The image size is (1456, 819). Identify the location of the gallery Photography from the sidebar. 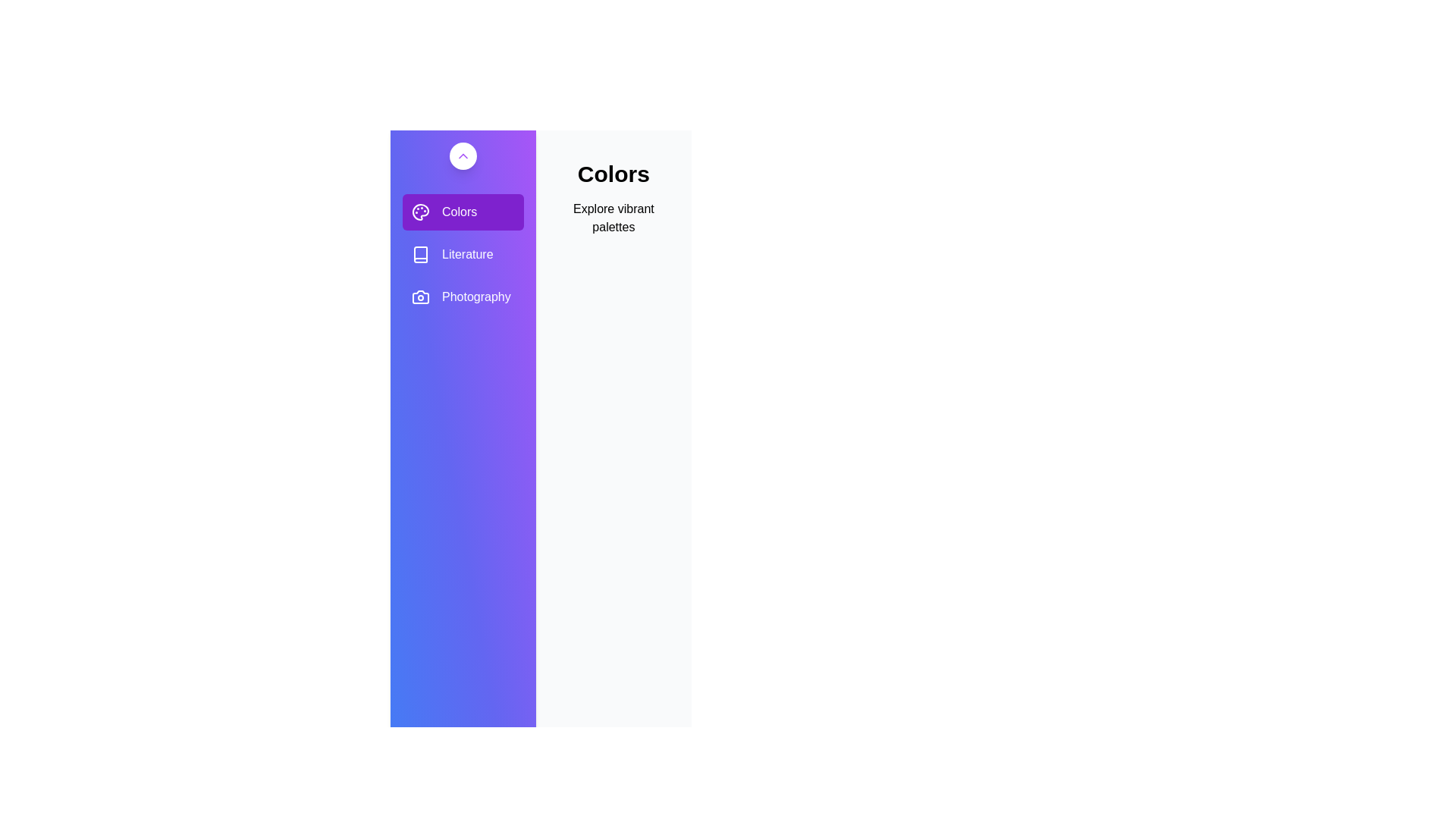
(462, 297).